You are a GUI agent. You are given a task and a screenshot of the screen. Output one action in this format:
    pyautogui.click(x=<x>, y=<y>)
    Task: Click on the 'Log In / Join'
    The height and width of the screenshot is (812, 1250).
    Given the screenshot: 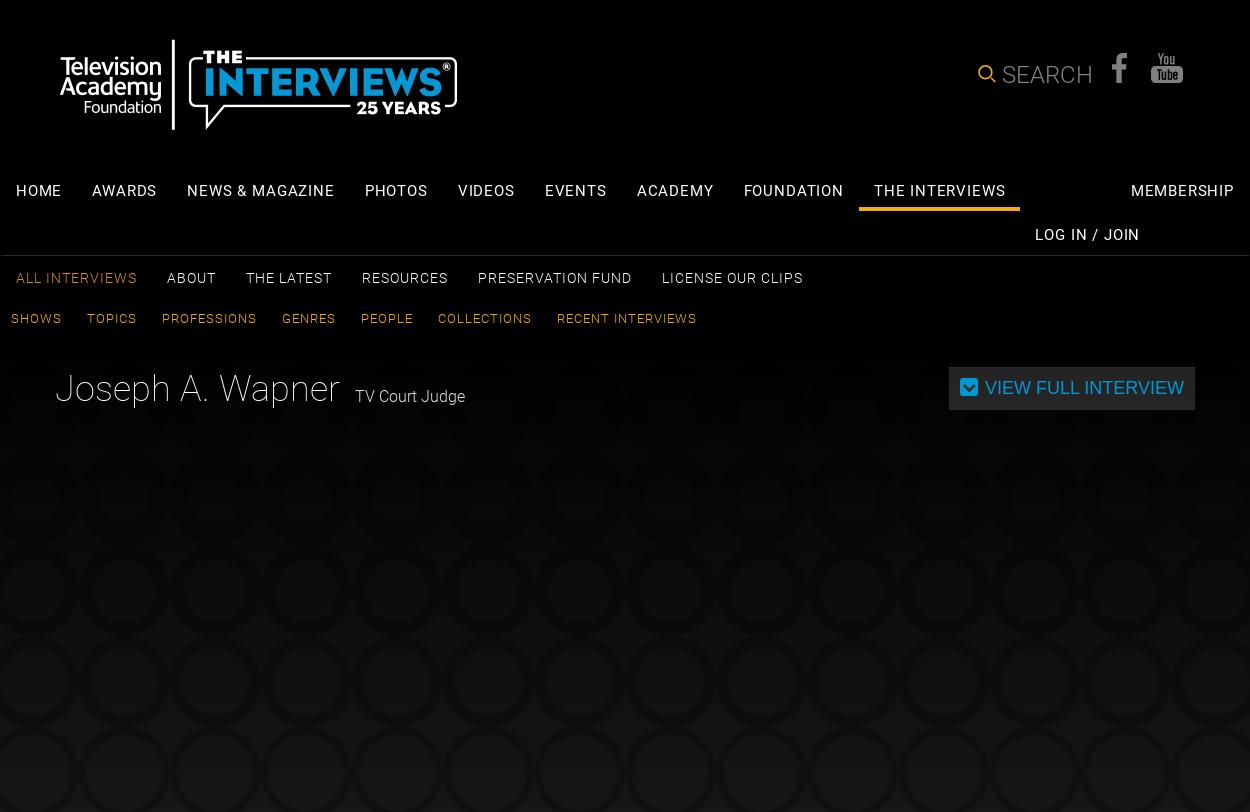 What is the action you would take?
    pyautogui.click(x=1086, y=233)
    